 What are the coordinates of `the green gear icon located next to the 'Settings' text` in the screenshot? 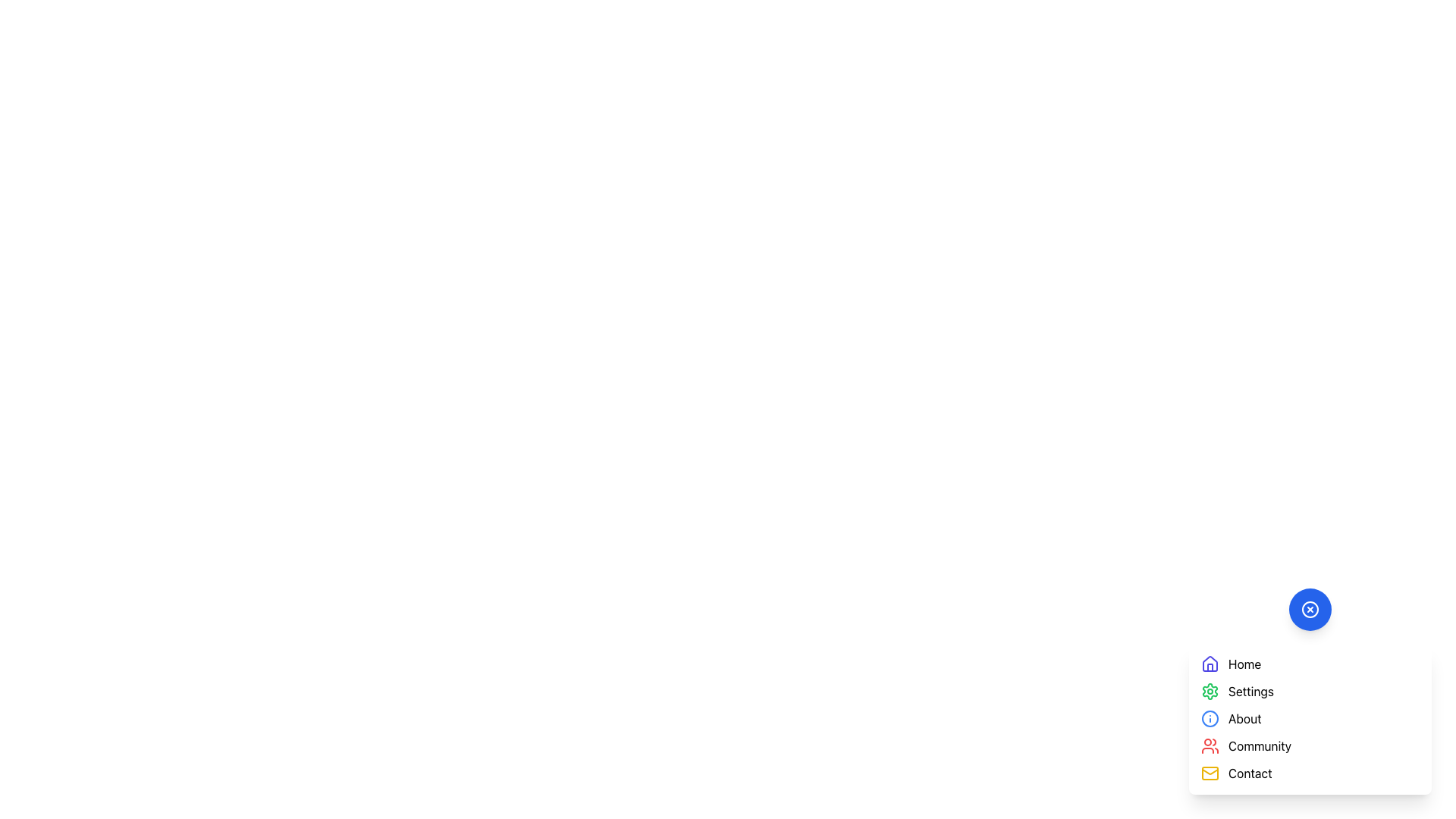 It's located at (1210, 691).